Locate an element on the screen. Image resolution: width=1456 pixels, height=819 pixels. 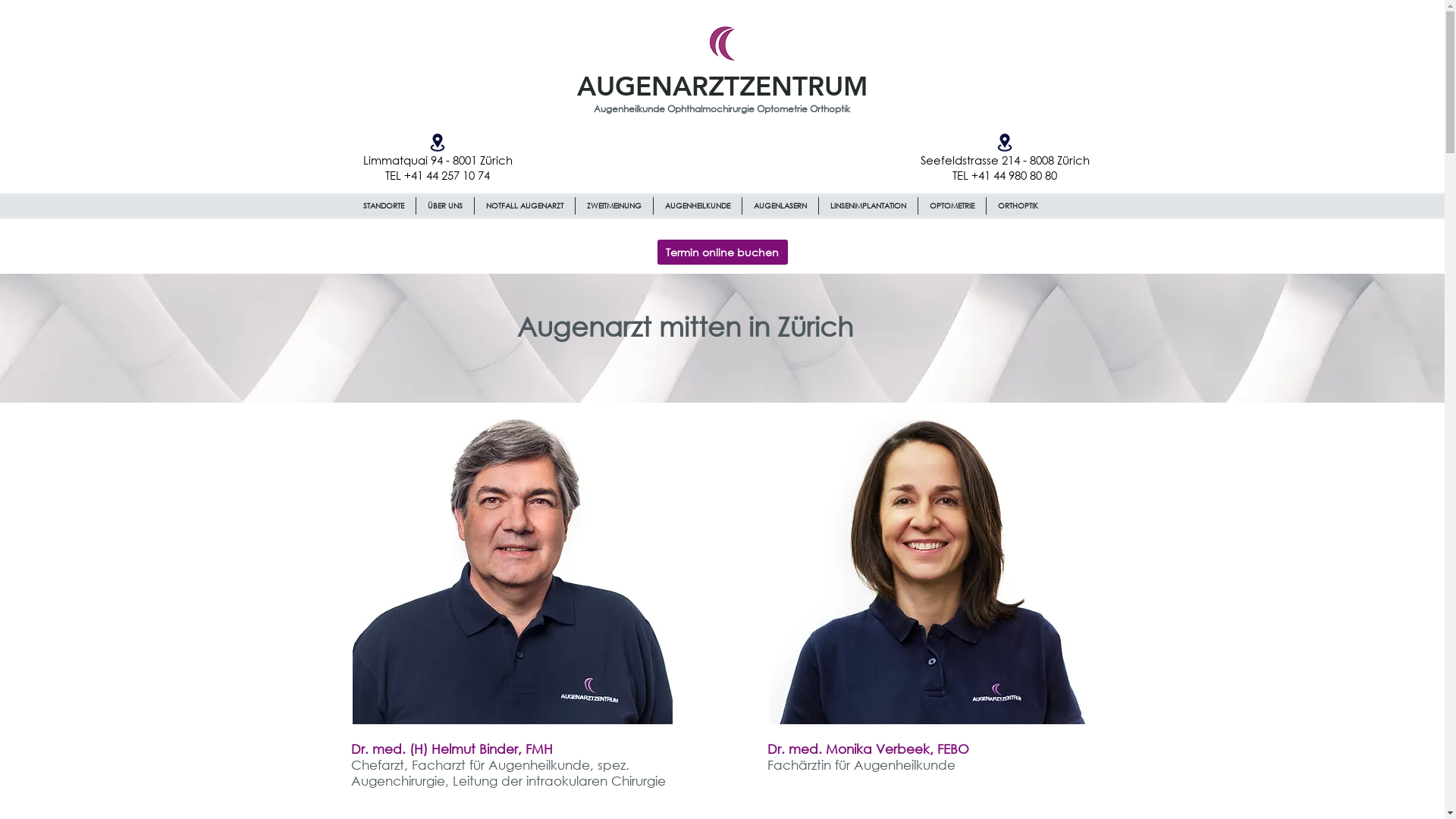
'AUGENLASERN' is located at coordinates (779, 206).